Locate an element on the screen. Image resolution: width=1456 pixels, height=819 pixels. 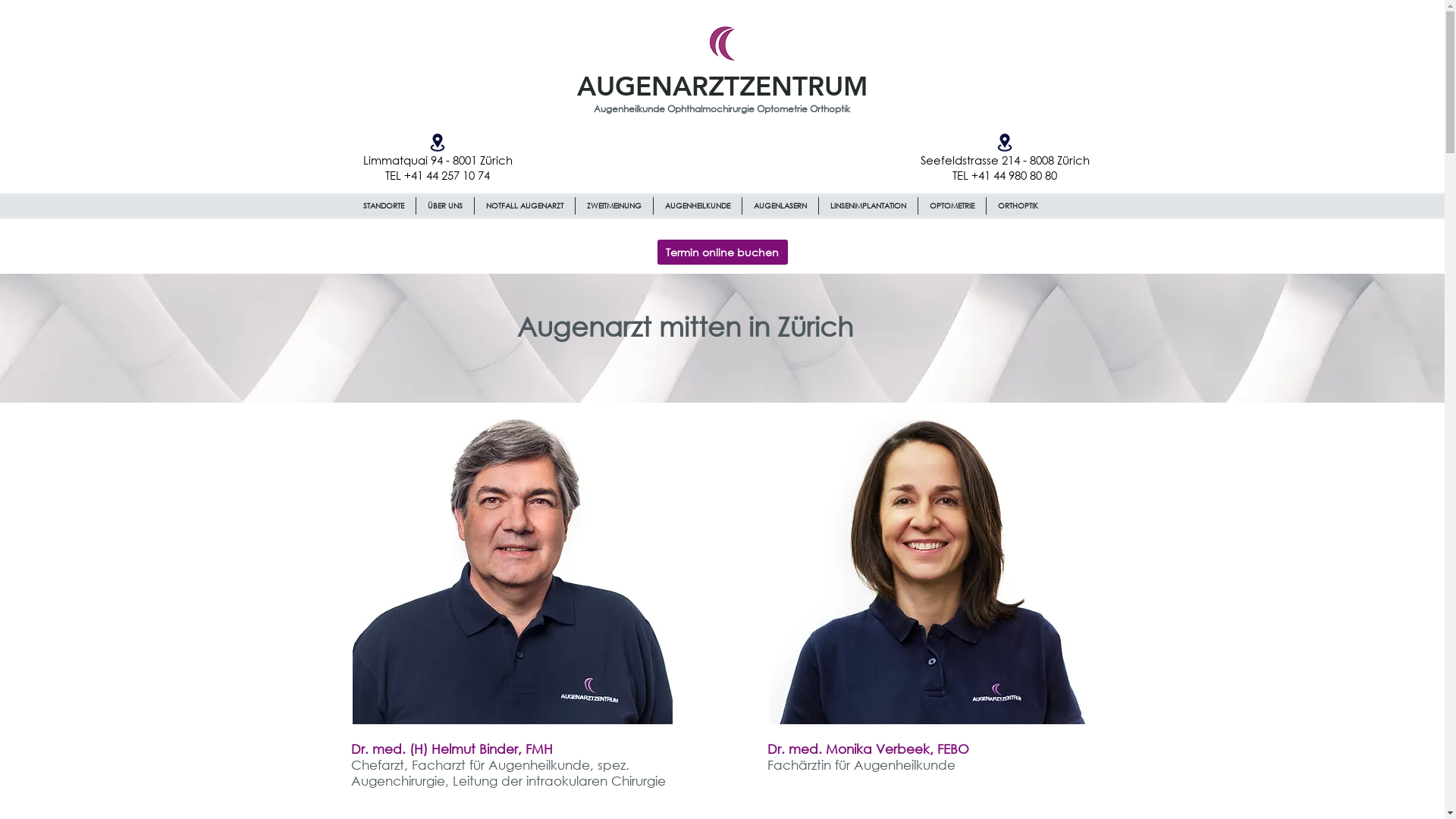
'AUGENLASERN' is located at coordinates (779, 206).